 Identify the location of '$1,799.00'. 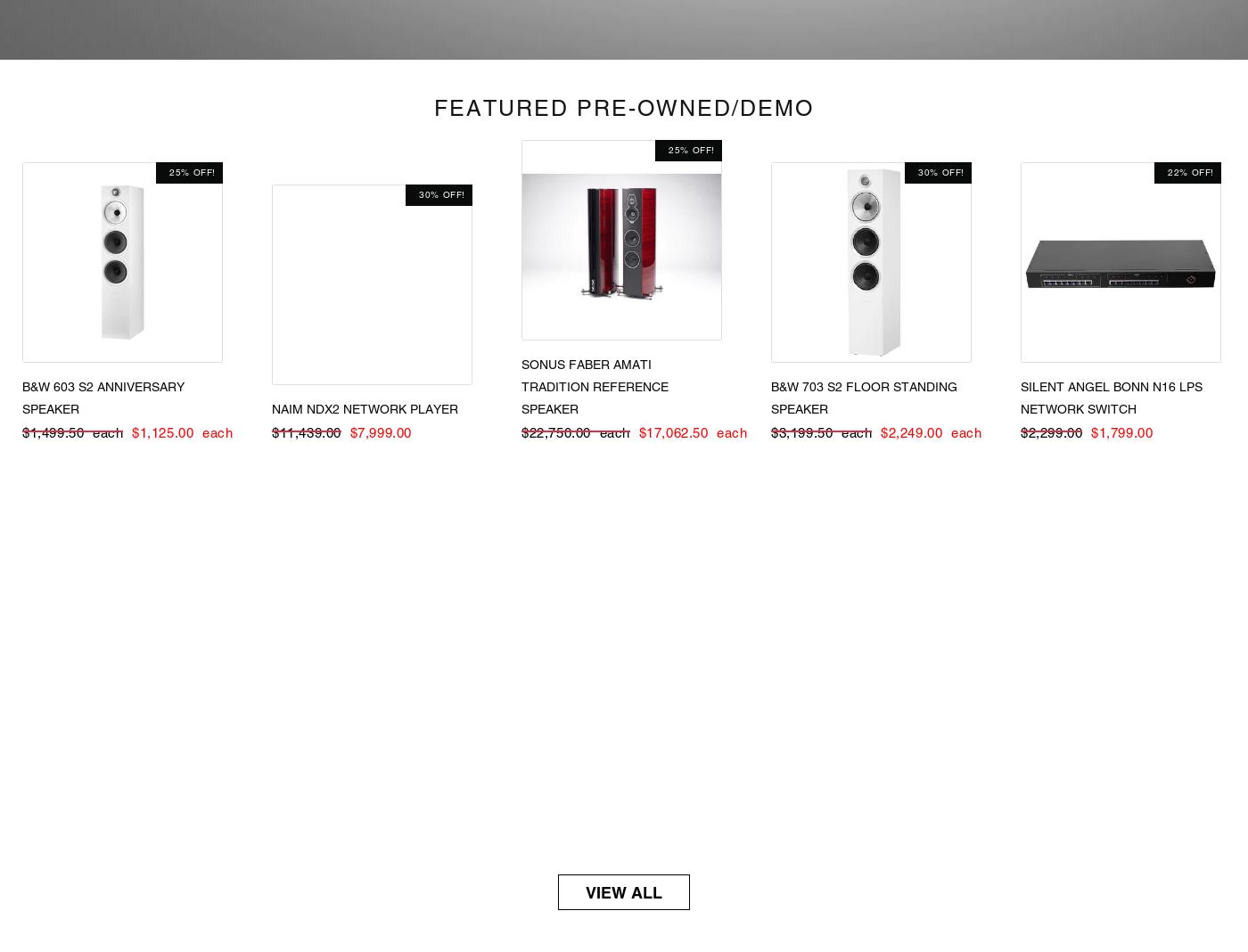
(1091, 431).